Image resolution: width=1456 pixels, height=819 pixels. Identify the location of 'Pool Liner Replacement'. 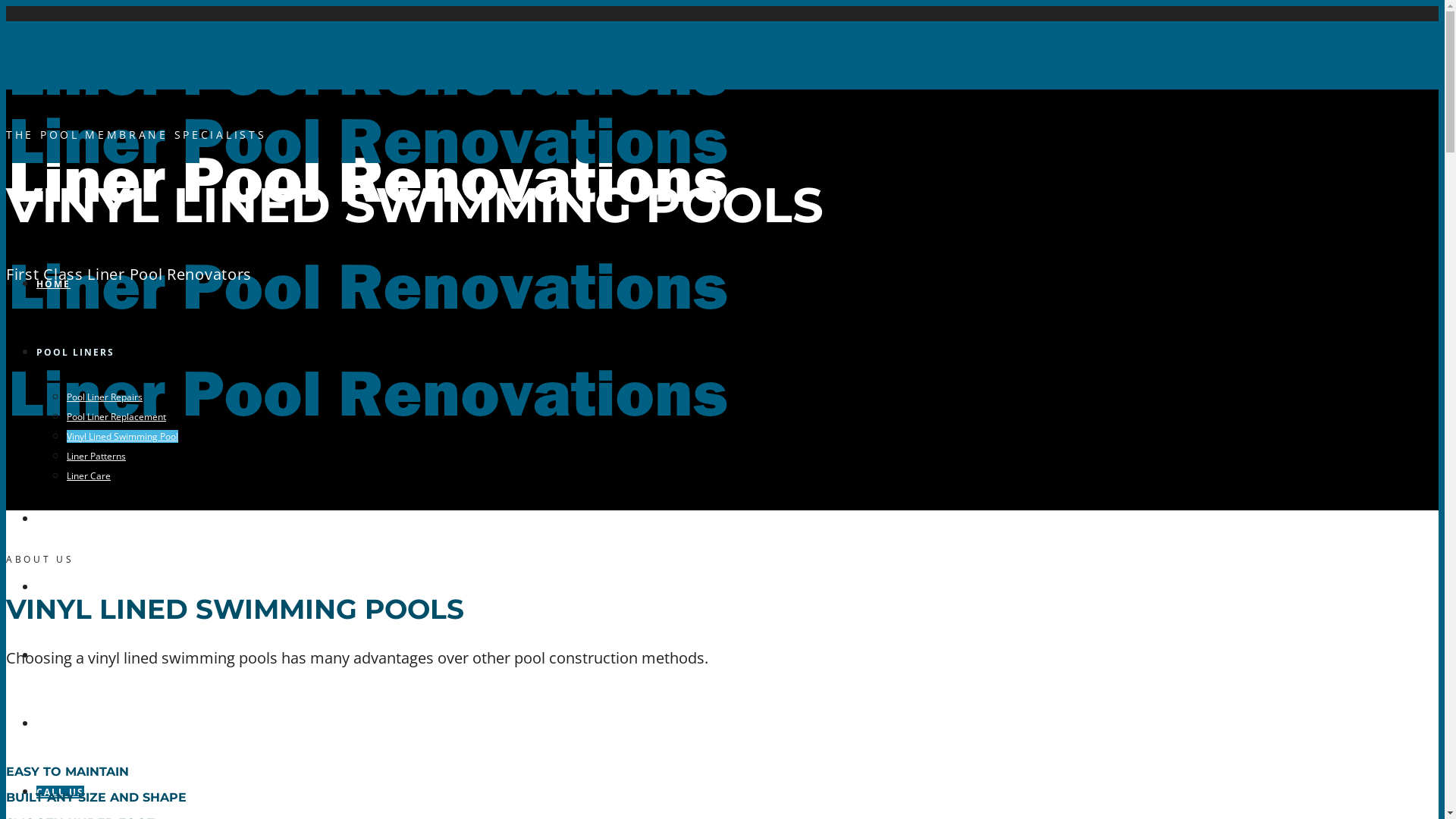
(115, 416).